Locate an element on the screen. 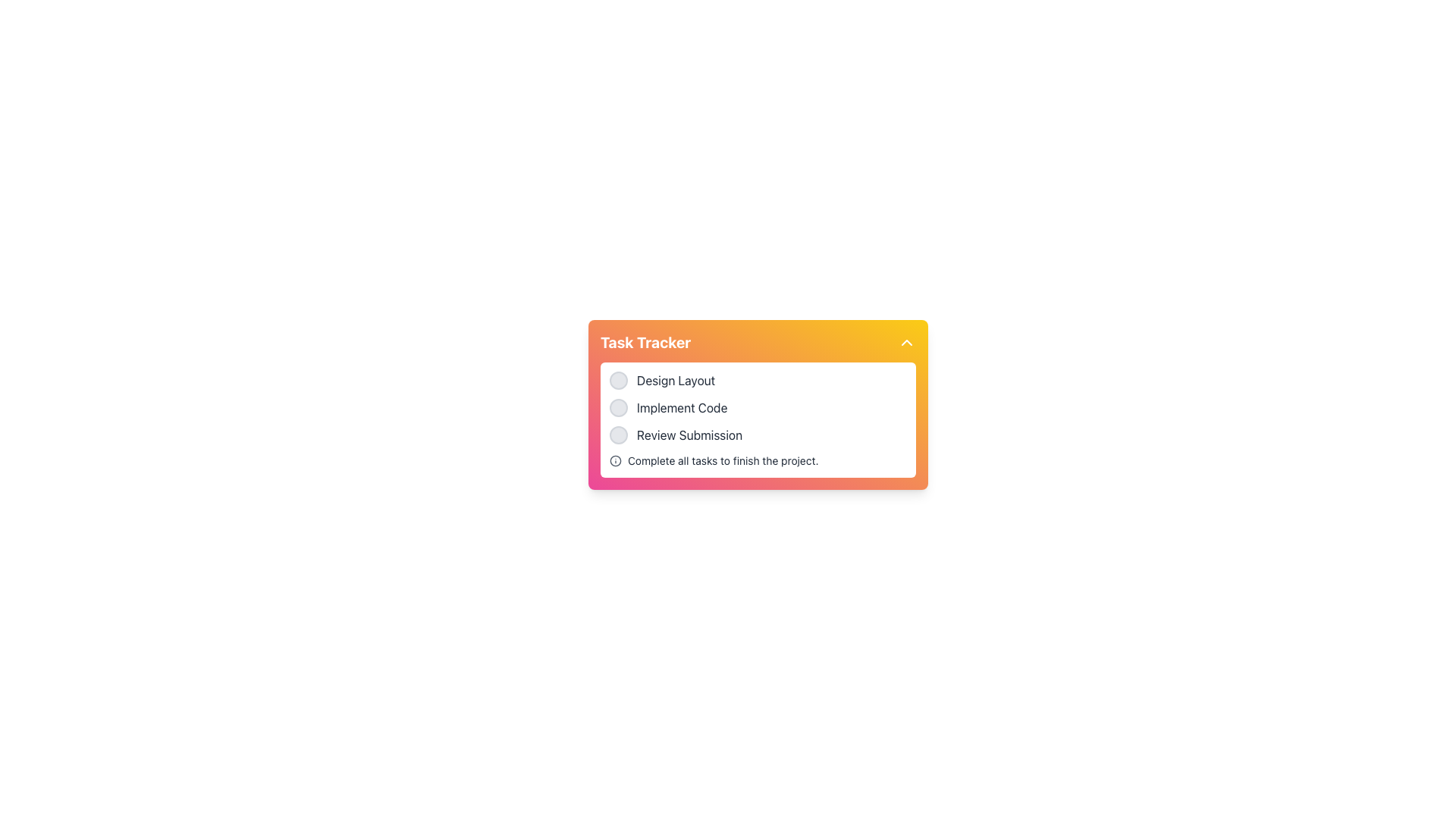  the completion message text label that provides information about finishing the project, located at the bottom of the task tracker box is located at coordinates (722, 460).